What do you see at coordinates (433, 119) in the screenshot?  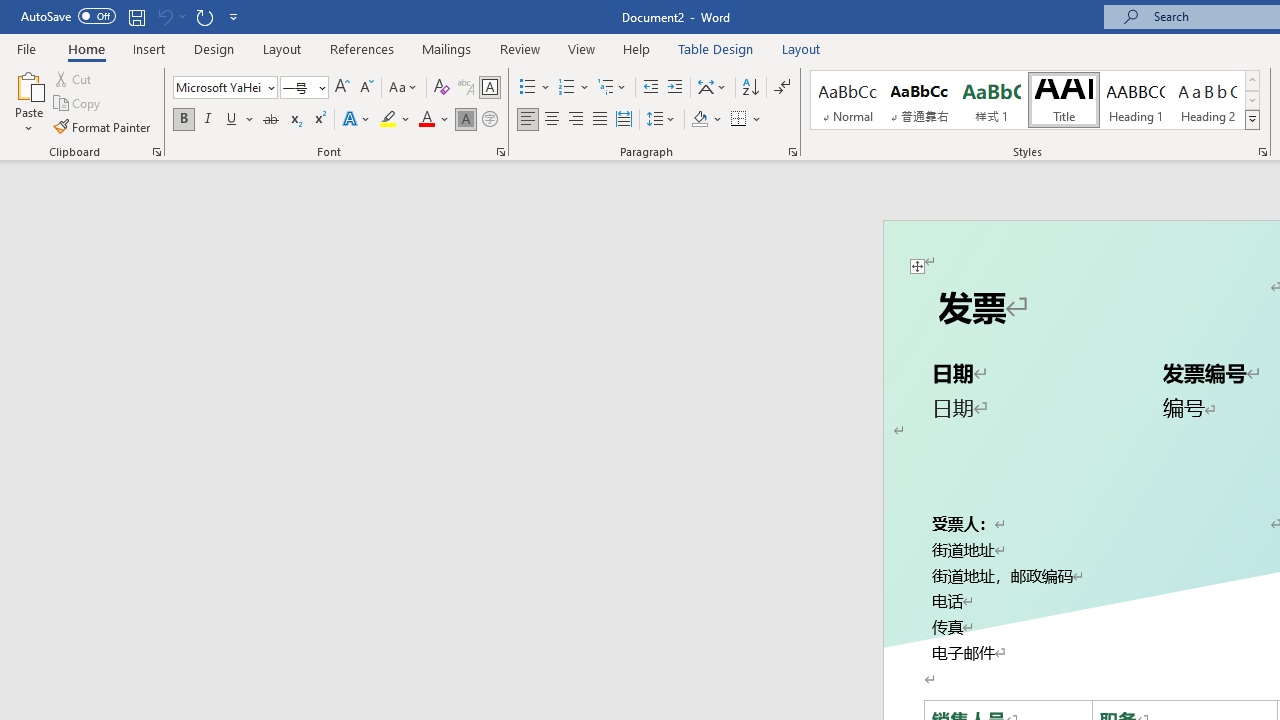 I see `'Font Color'` at bounding box center [433, 119].